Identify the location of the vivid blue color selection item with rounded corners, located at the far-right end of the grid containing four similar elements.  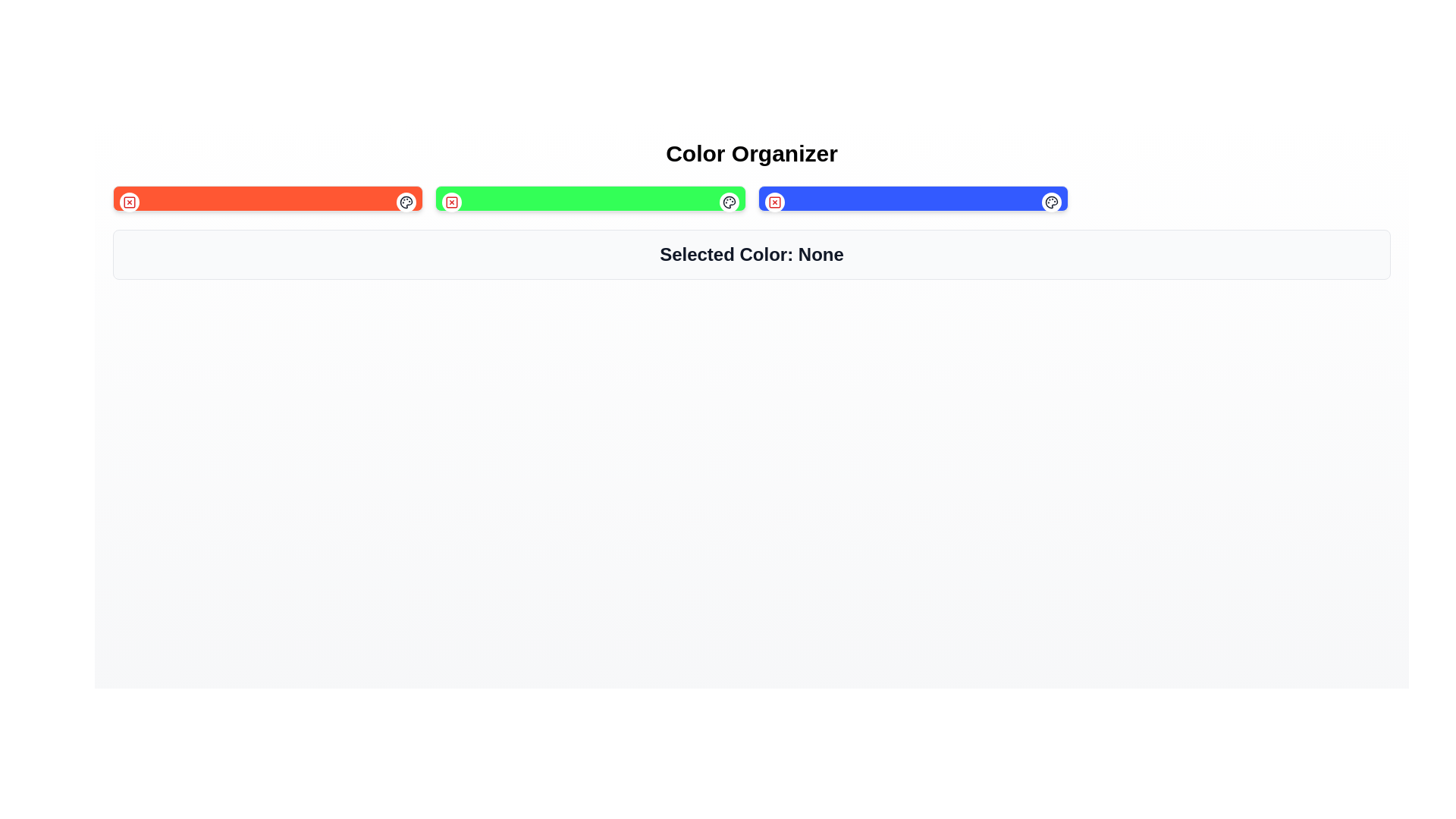
(912, 198).